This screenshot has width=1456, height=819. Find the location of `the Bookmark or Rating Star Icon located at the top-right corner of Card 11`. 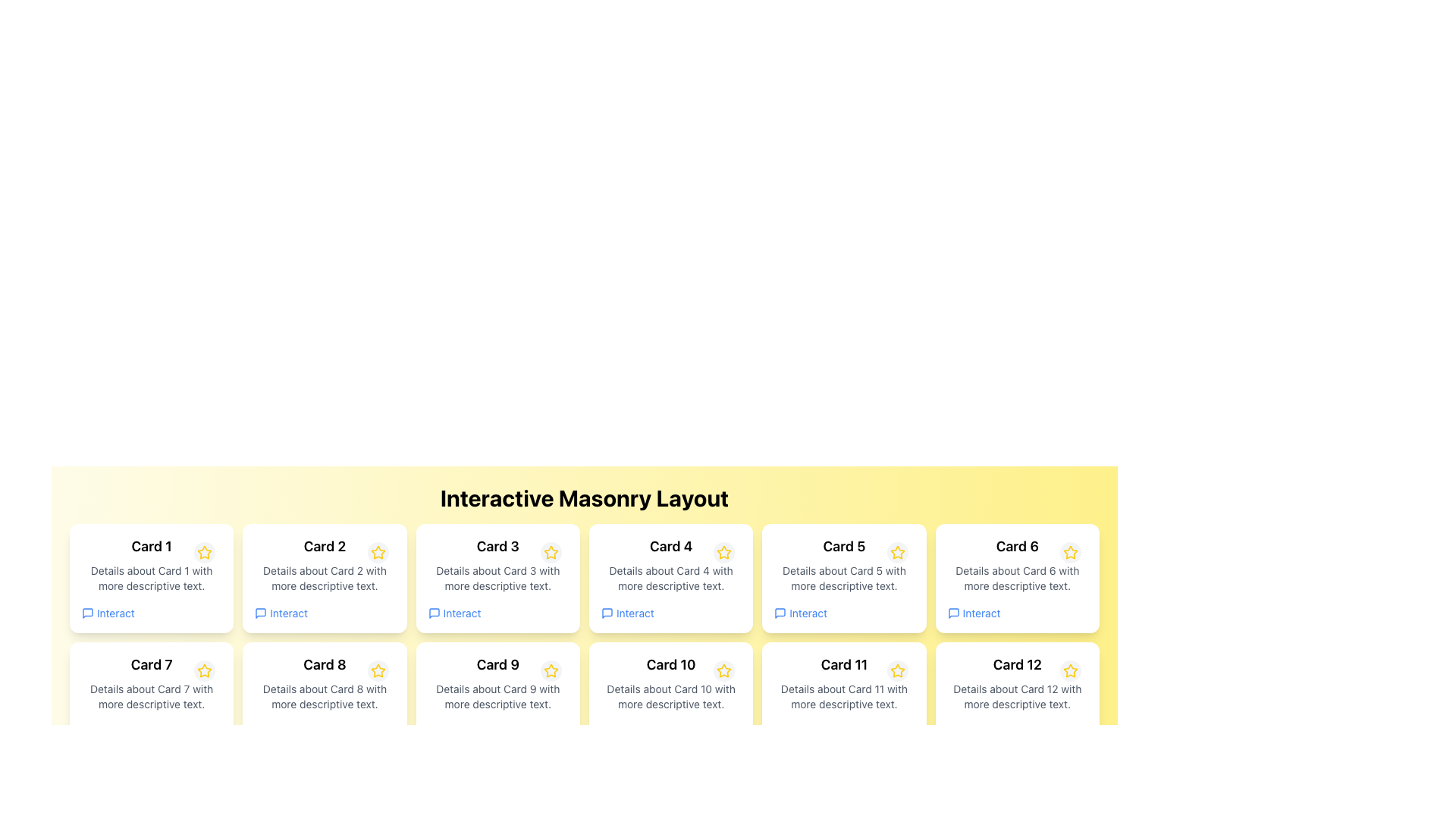

the Bookmark or Rating Star Icon located at the top-right corner of Card 11 is located at coordinates (897, 671).